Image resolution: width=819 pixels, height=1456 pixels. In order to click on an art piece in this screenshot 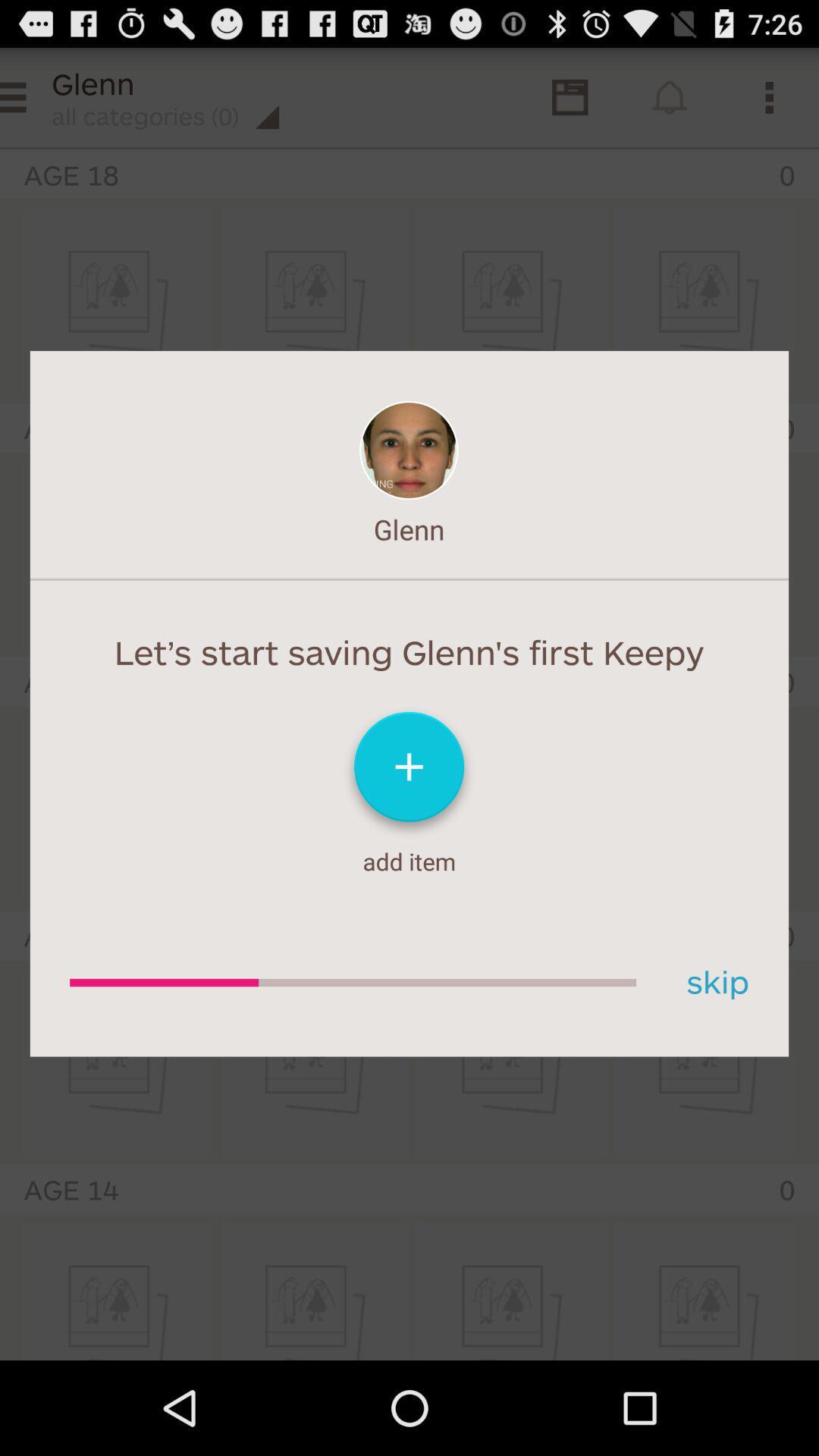, I will do `click(409, 773)`.